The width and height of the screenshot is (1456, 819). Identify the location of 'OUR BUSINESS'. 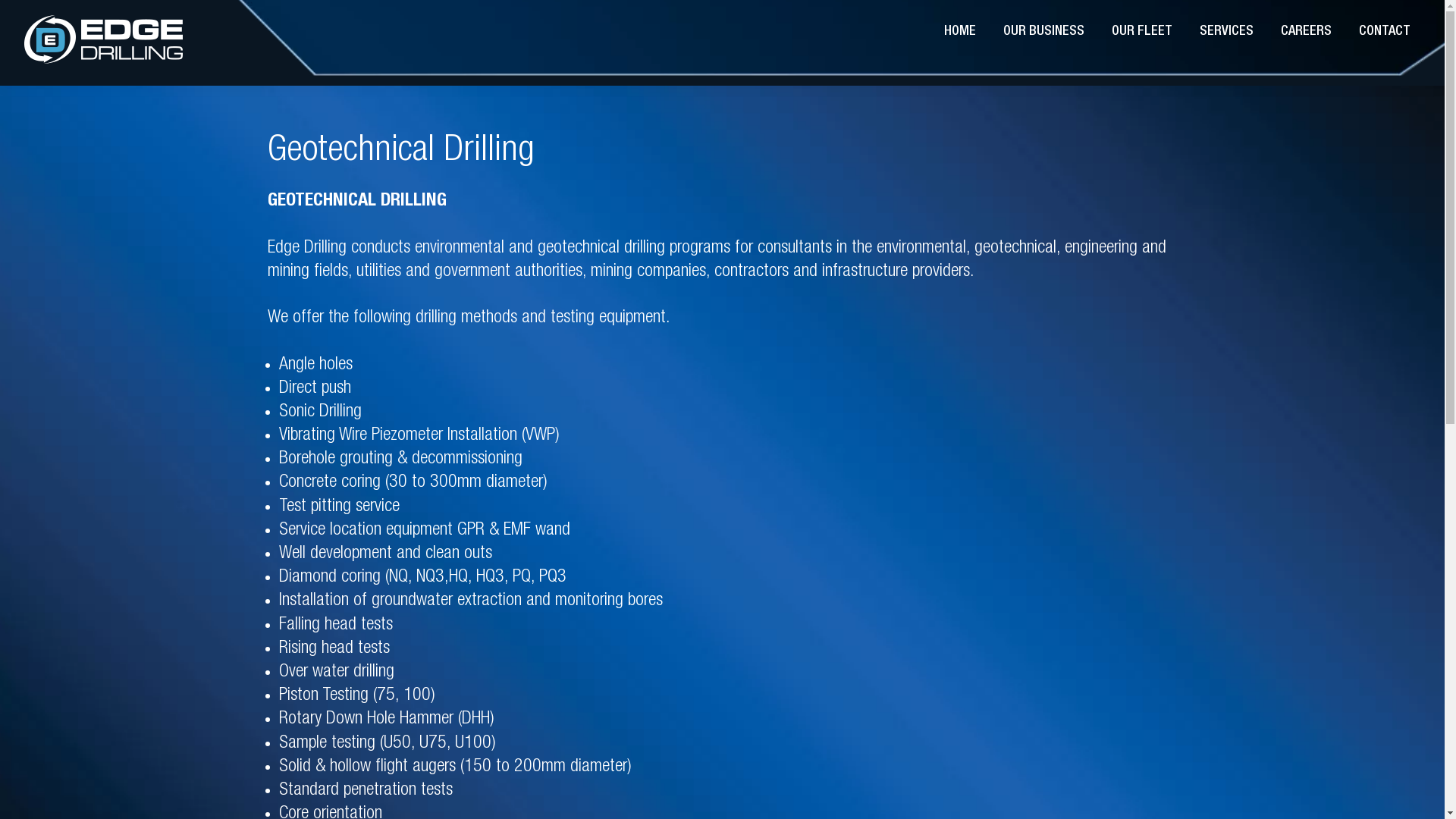
(1043, 32).